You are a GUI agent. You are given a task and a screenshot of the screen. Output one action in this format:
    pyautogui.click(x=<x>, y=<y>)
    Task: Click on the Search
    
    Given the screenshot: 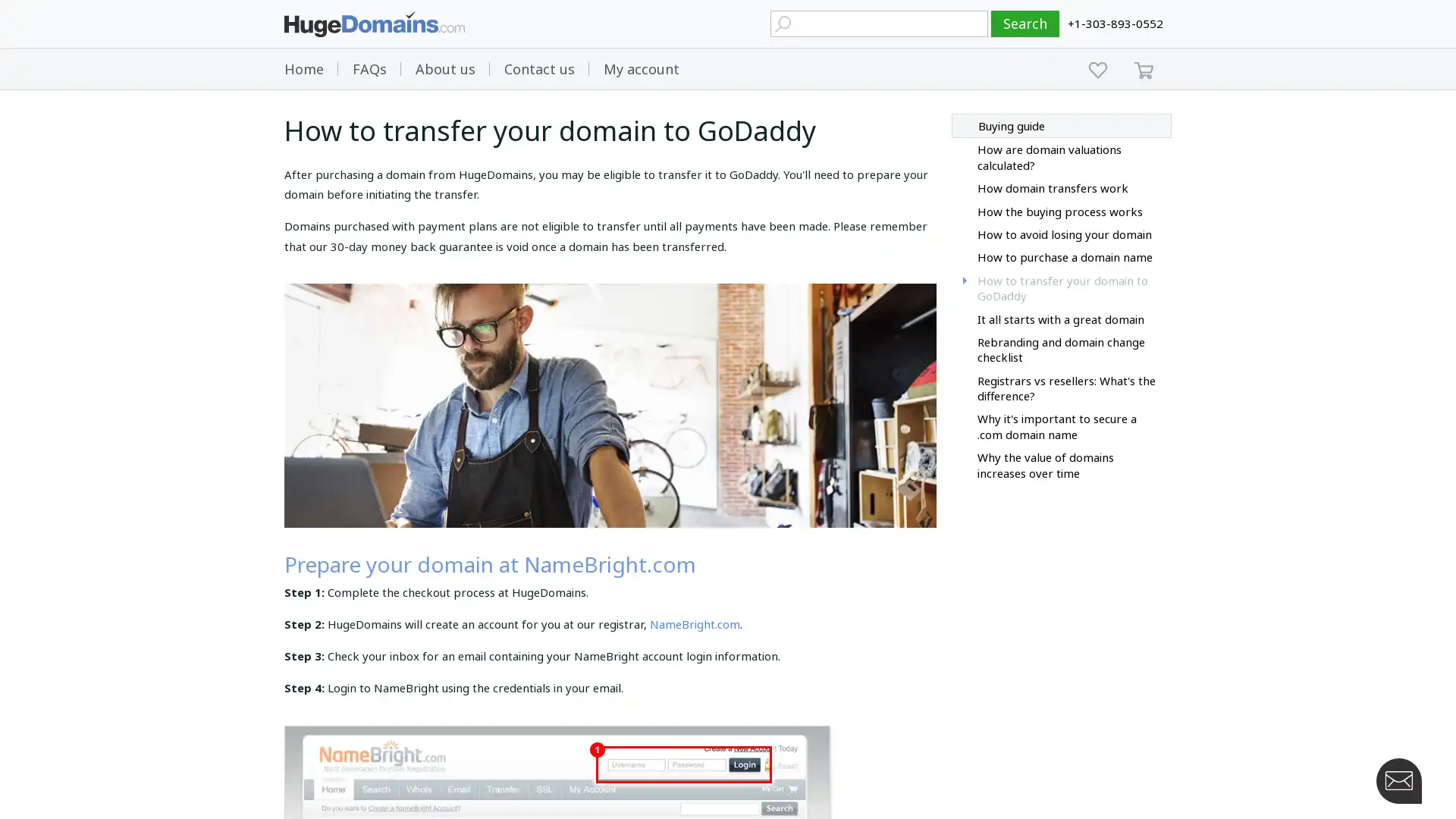 What is the action you would take?
    pyautogui.click(x=1025, y=24)
    